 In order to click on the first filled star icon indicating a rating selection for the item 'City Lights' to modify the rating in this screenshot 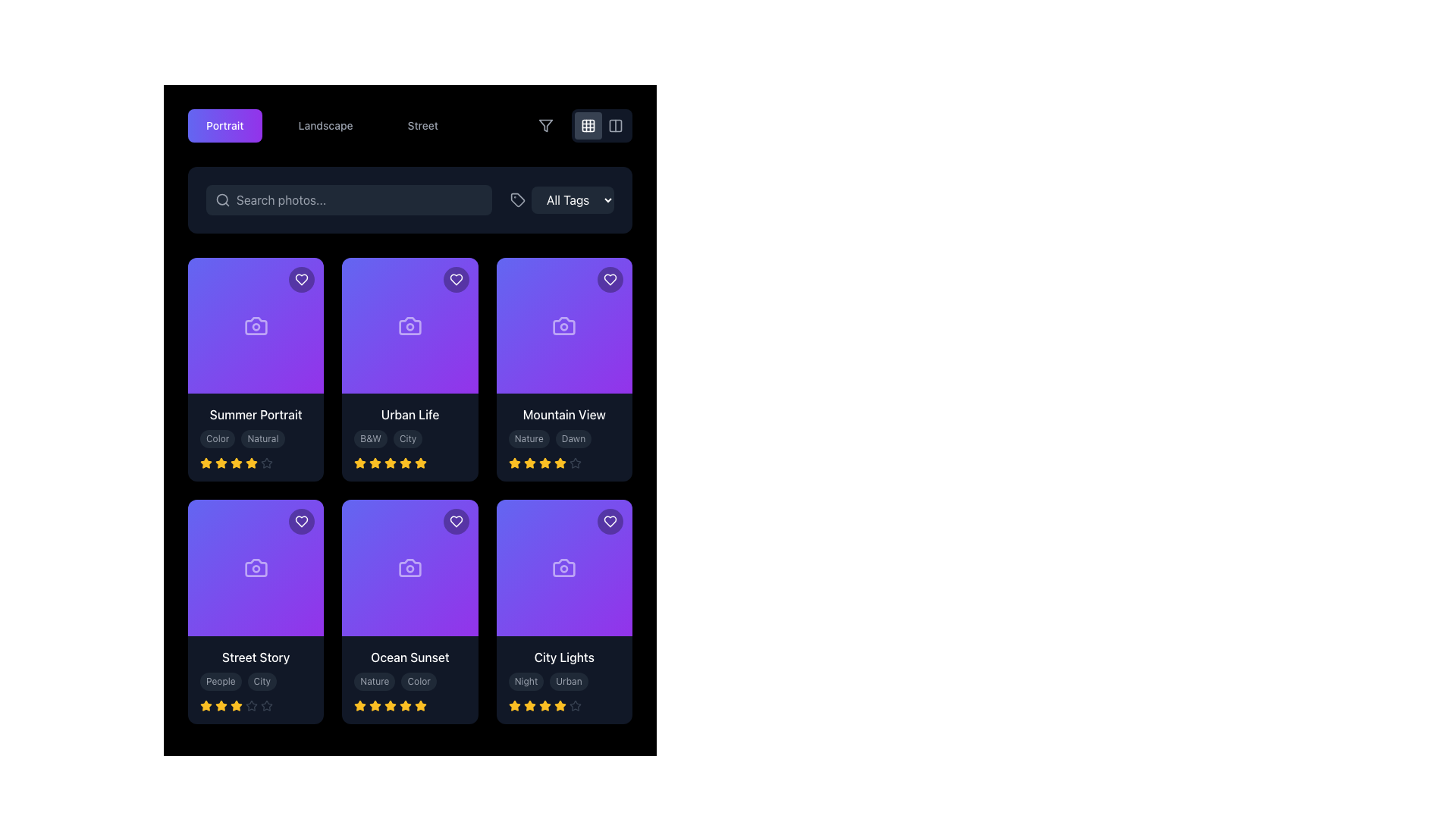, I will do `click(514, 705)`.